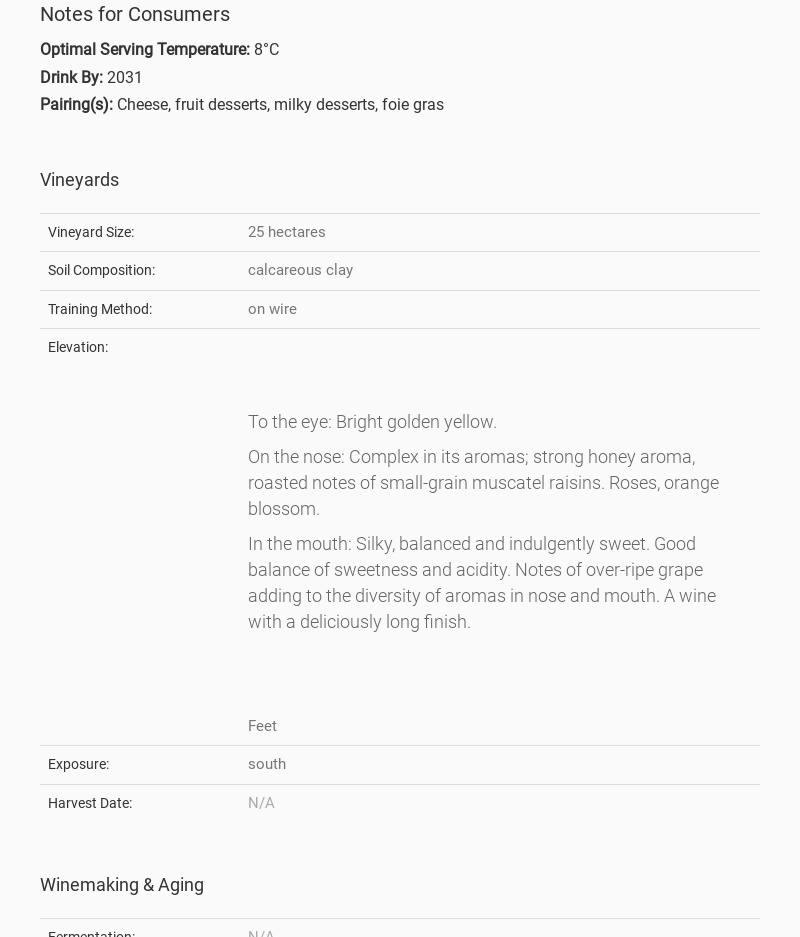  What do you see at coordinates (76, 103) in the screenshot?
I see `'Pairing(s):'` at bounding box center [76, 103].